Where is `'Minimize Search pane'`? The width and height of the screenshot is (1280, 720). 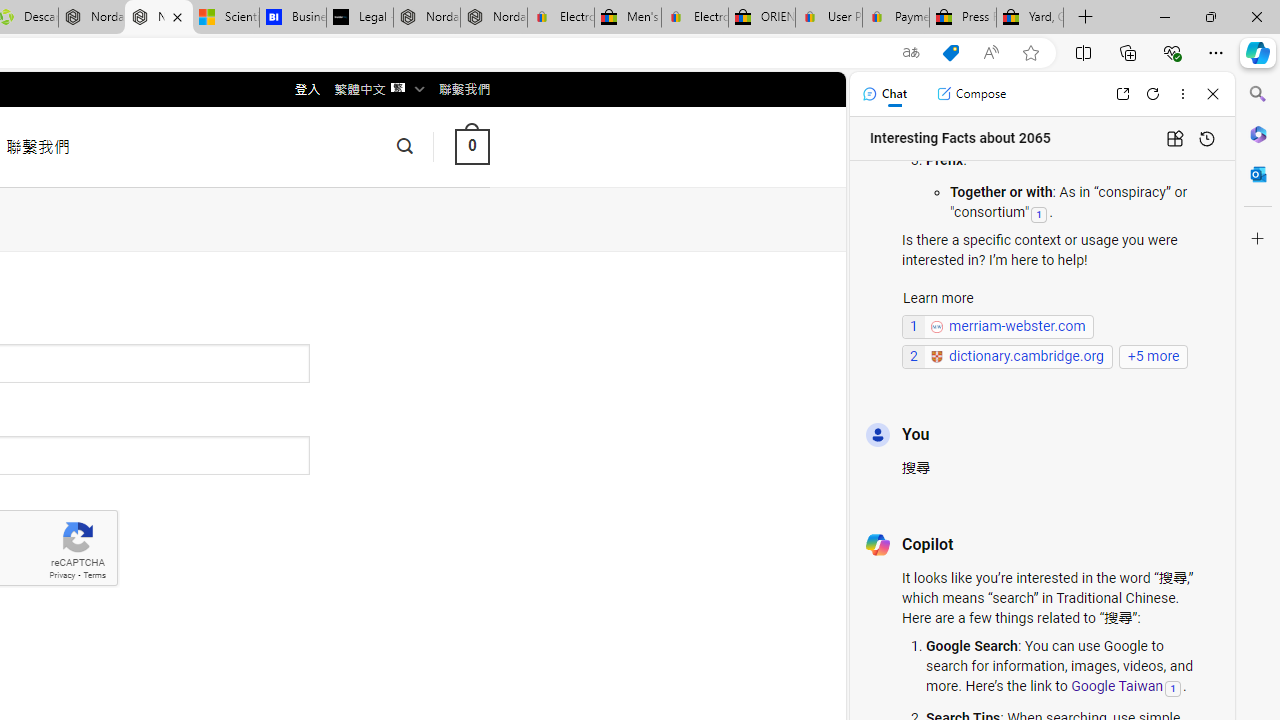
'Minimize Search pane' is located at coordinates (1257, 94).